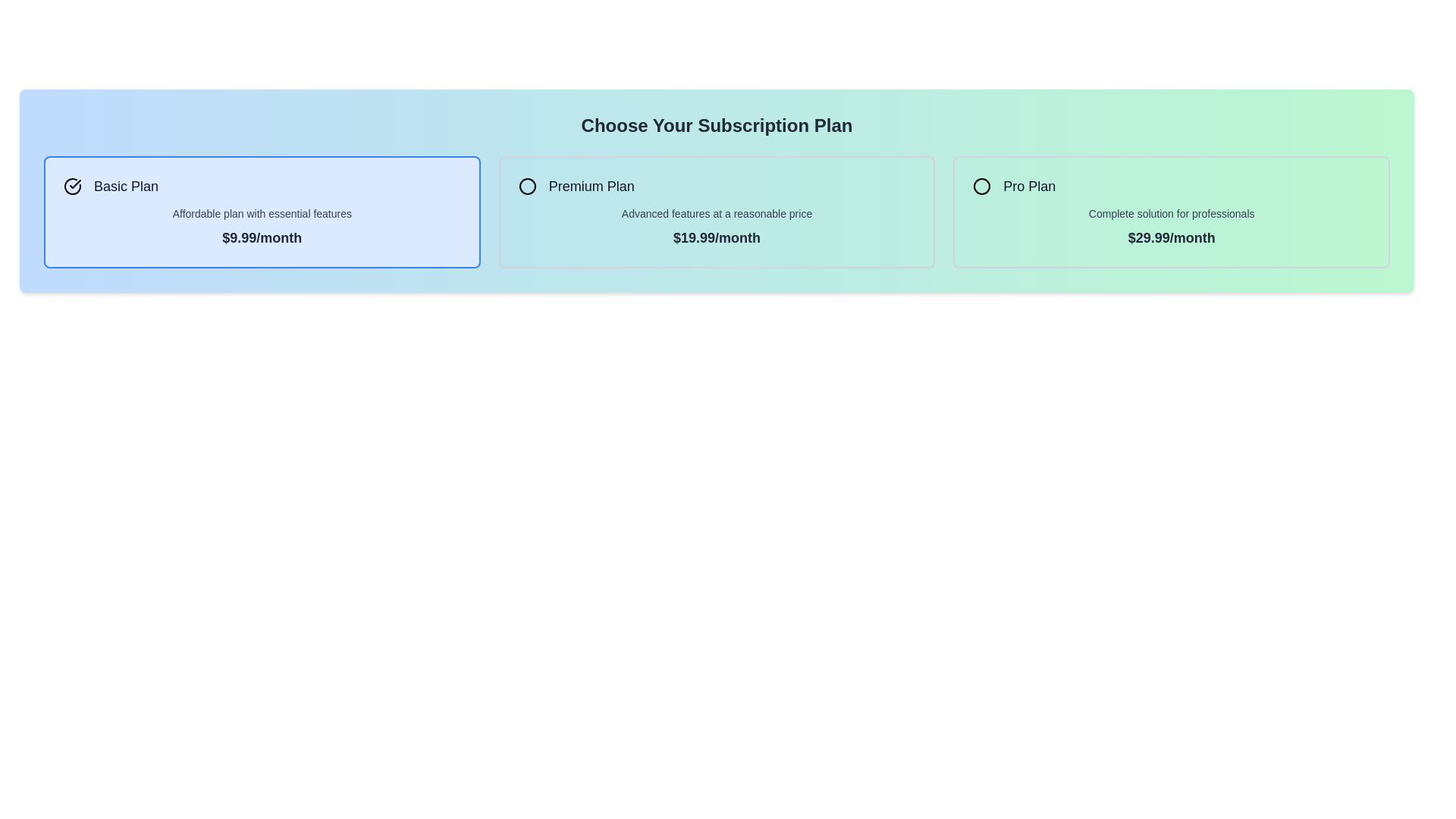  Describe the element at coordinates (982, 186) in the screenshot. I see `the Circle graphic element located in the 'Pro Plan' subscription option, positioned to the right of the 'Premium Plan' option, near its top left corner` at that location.